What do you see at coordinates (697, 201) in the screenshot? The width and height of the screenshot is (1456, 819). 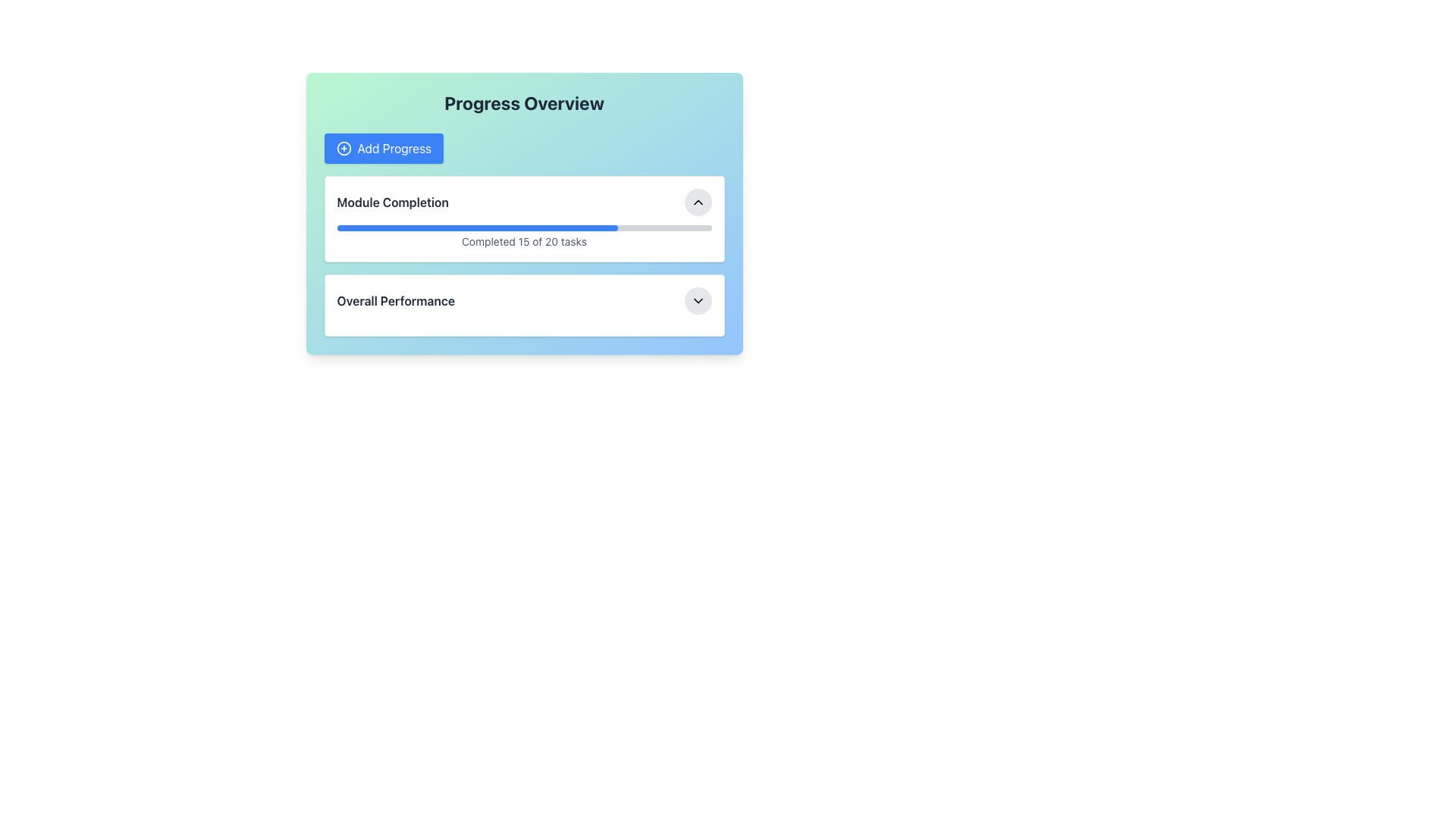 I see `the rounded button containing the chevron up icon to observe the hover effects associated with the 'Module Completion' section` at bounding box center [697, 201].